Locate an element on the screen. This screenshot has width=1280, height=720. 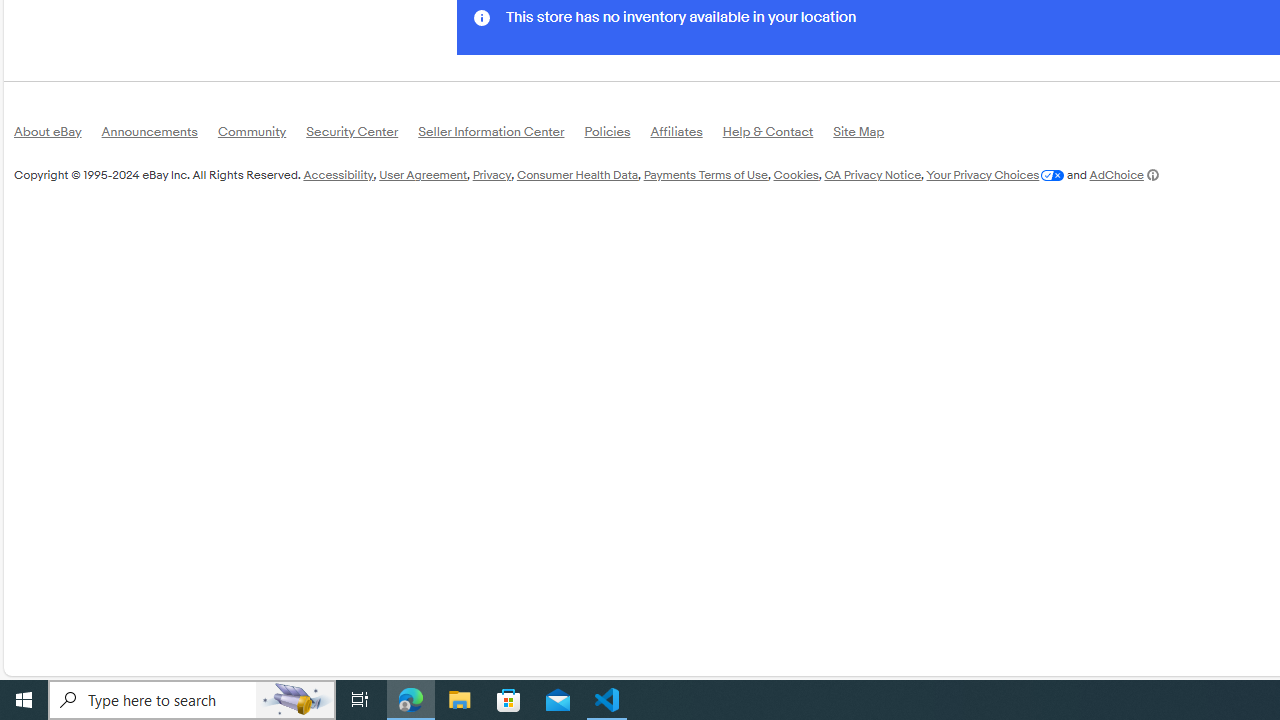
'About eBay' is located at coordinates (58, 135).